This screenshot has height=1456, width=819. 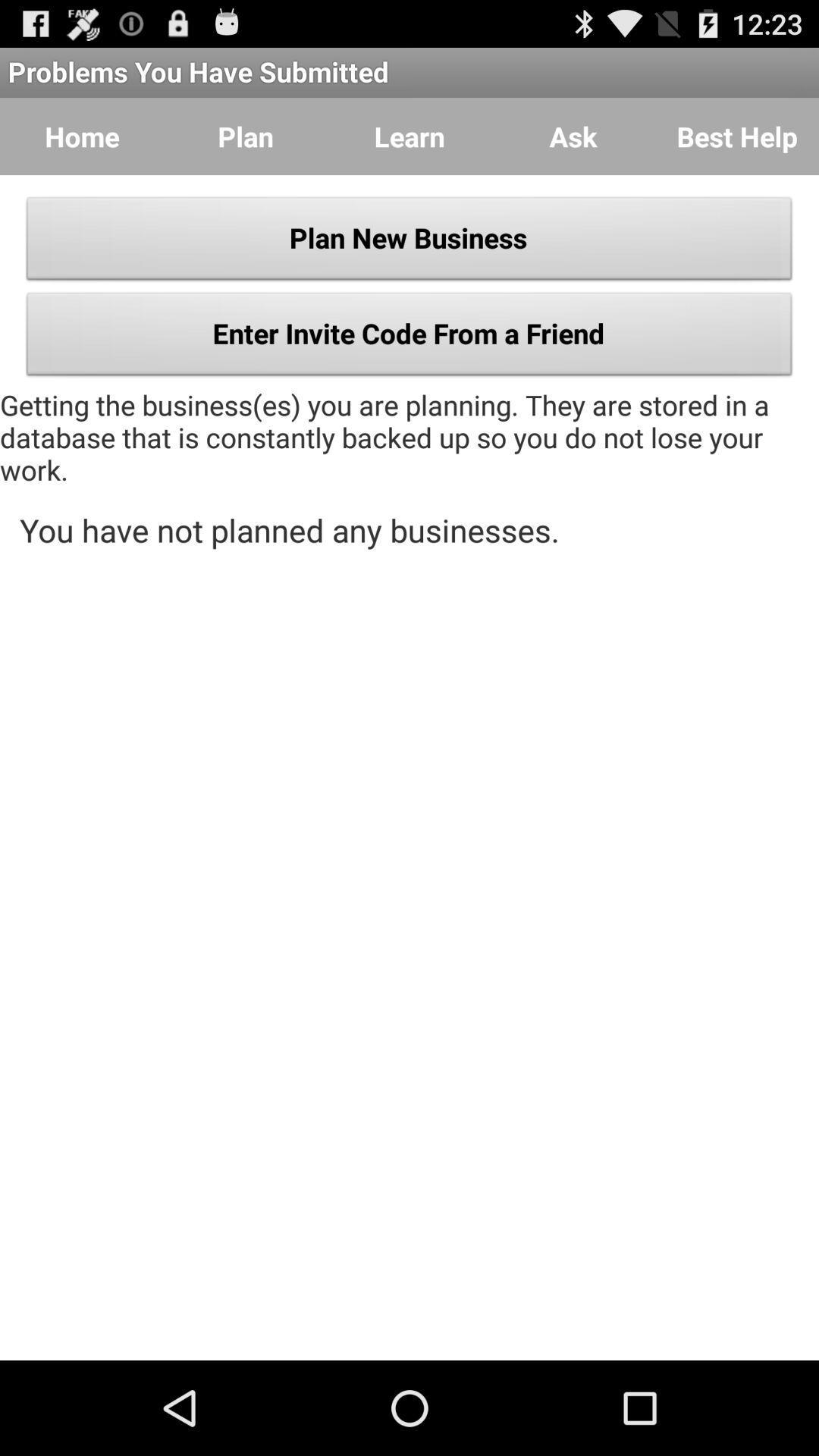 What do you see at coordinates (409, 136) in the screenshot?
I see `the learn` at bounding box center [409, 136].